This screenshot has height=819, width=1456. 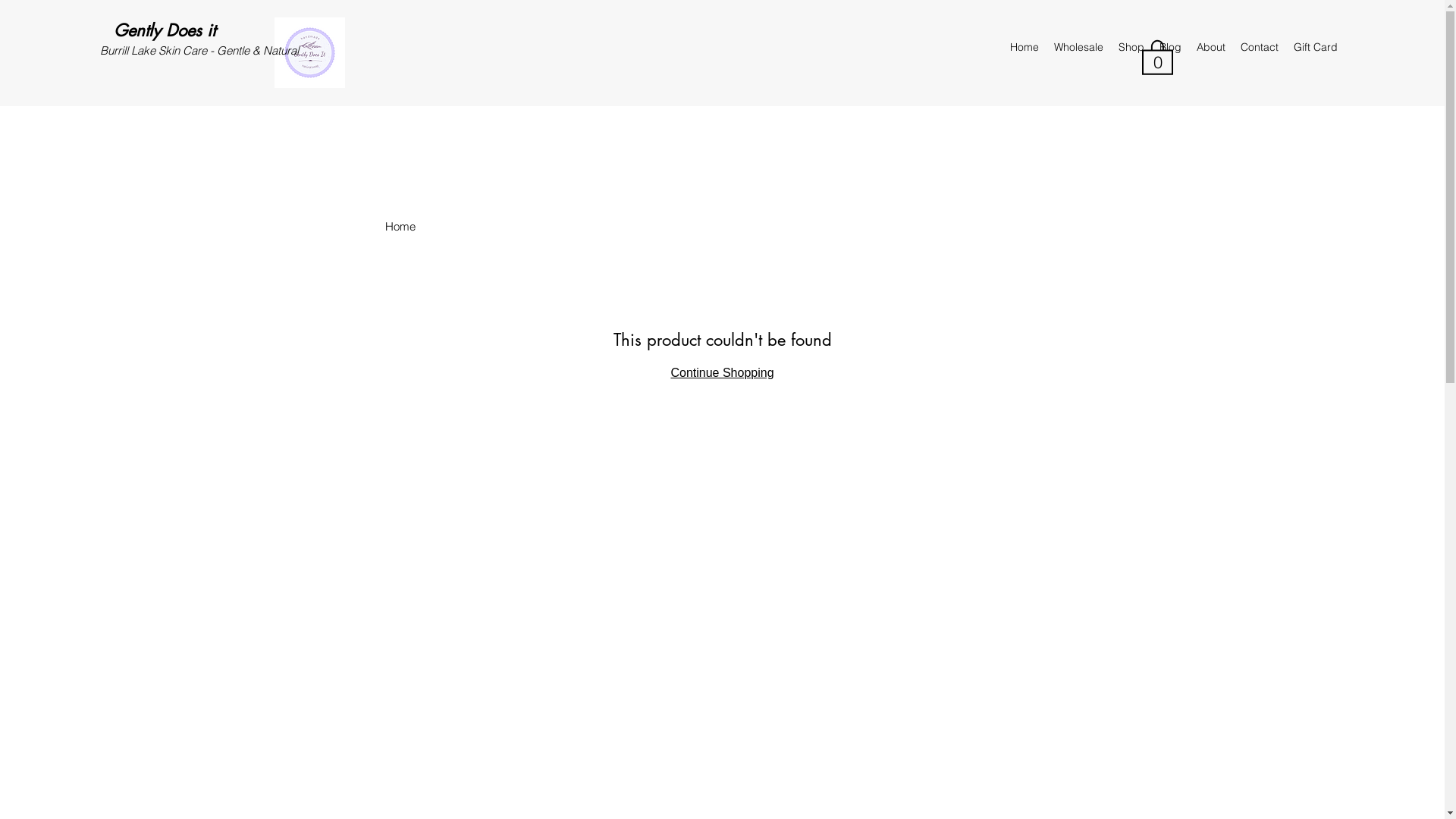 I want to click on 'Continue Shopping', so click(x=720, y=372).